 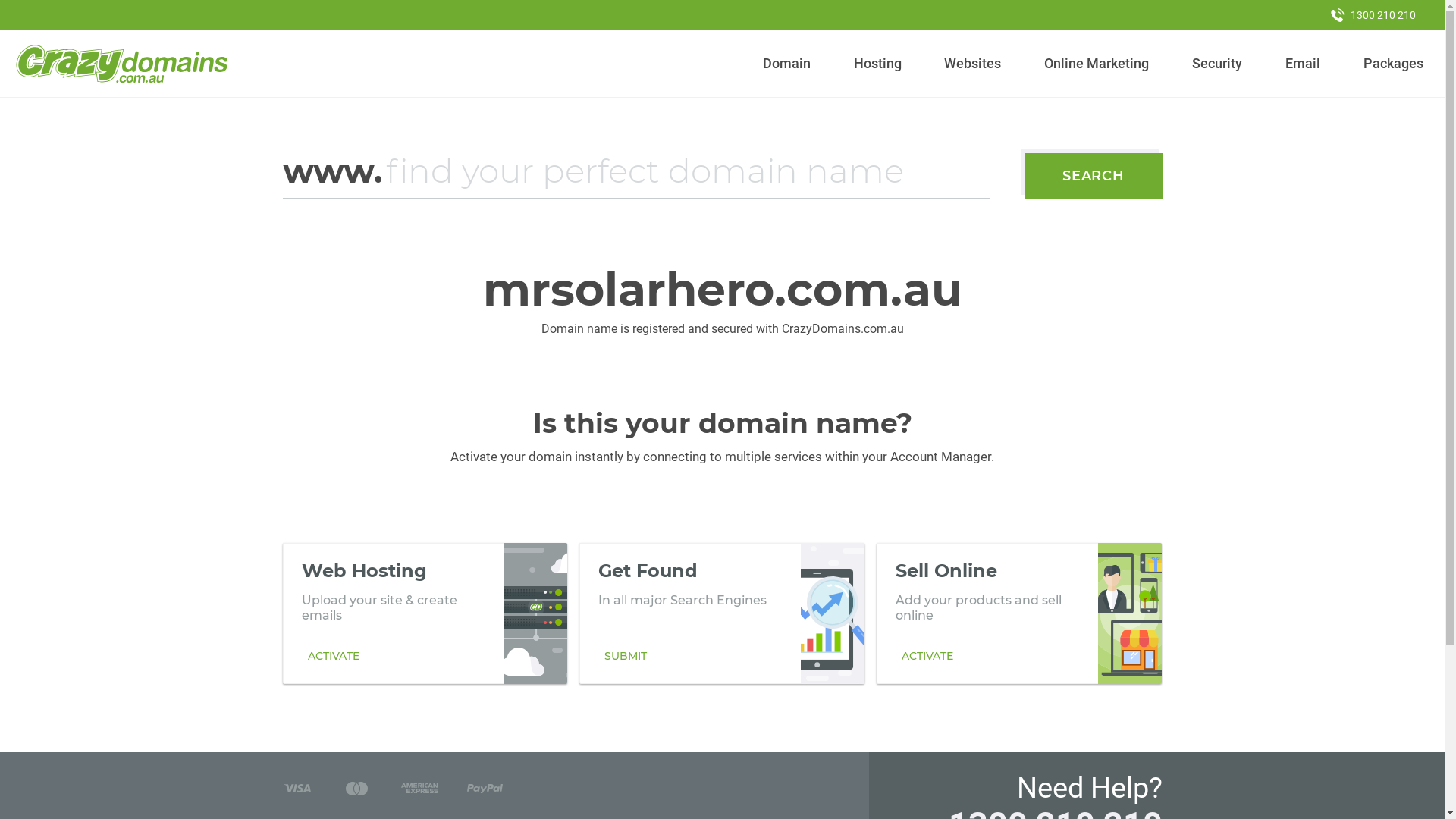 I want to click on '1300 210 210', so click(x=1373, y=14).